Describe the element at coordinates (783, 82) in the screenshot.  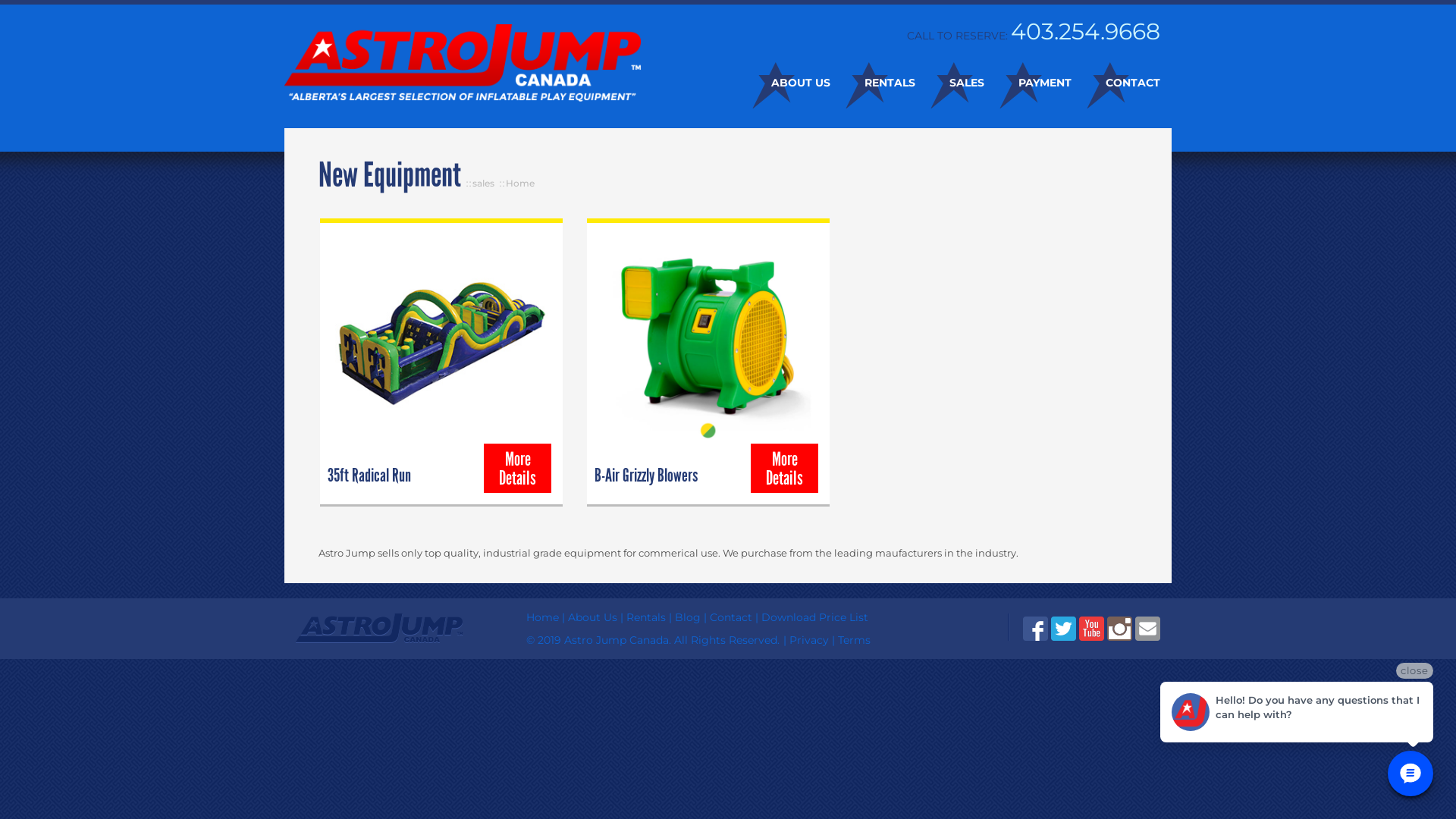
I see `'ABOUT US'` at that location.